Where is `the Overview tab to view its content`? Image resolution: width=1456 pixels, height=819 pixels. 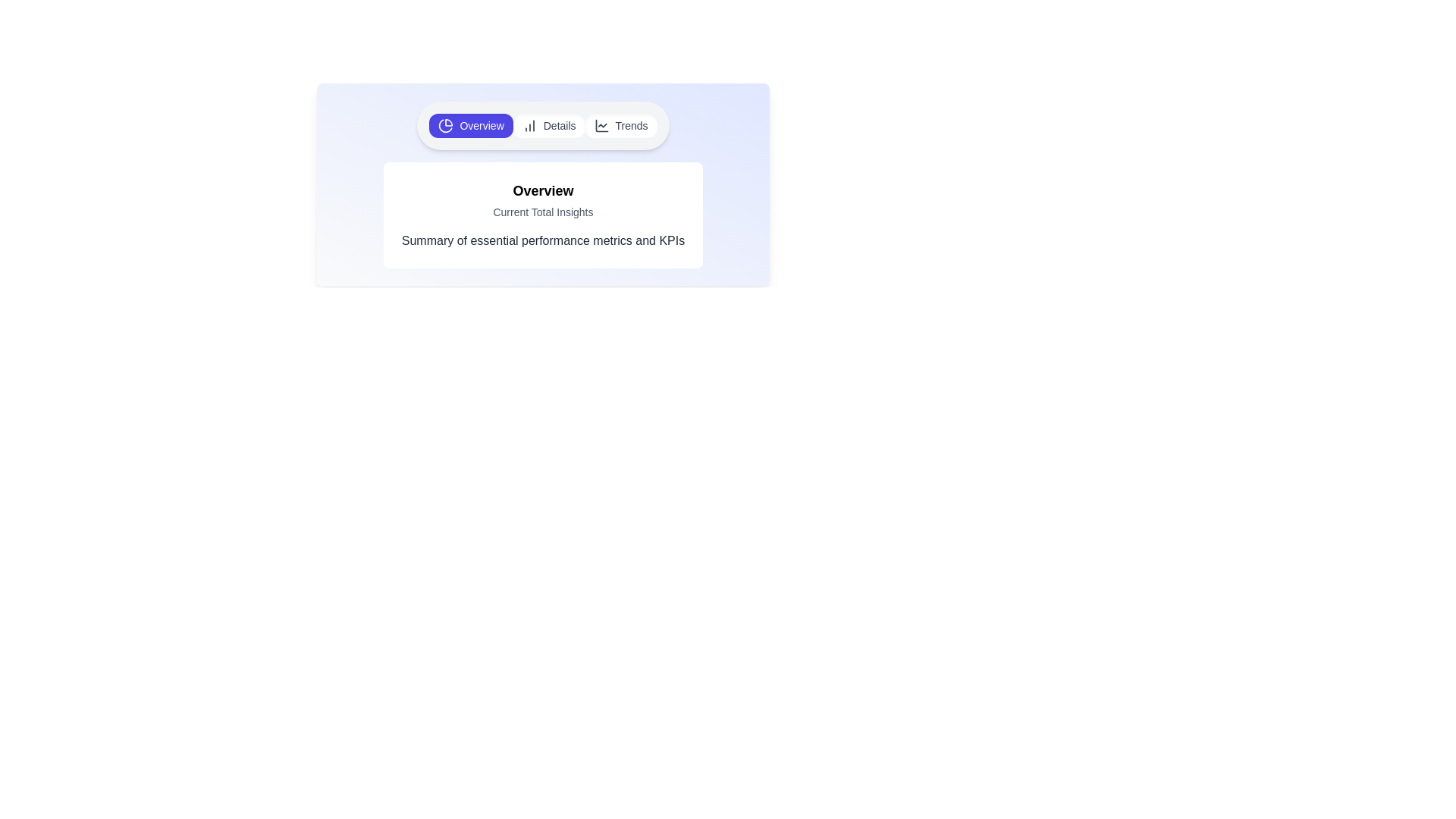
the Overview tab to view its content is located at coordinates (469, 124).